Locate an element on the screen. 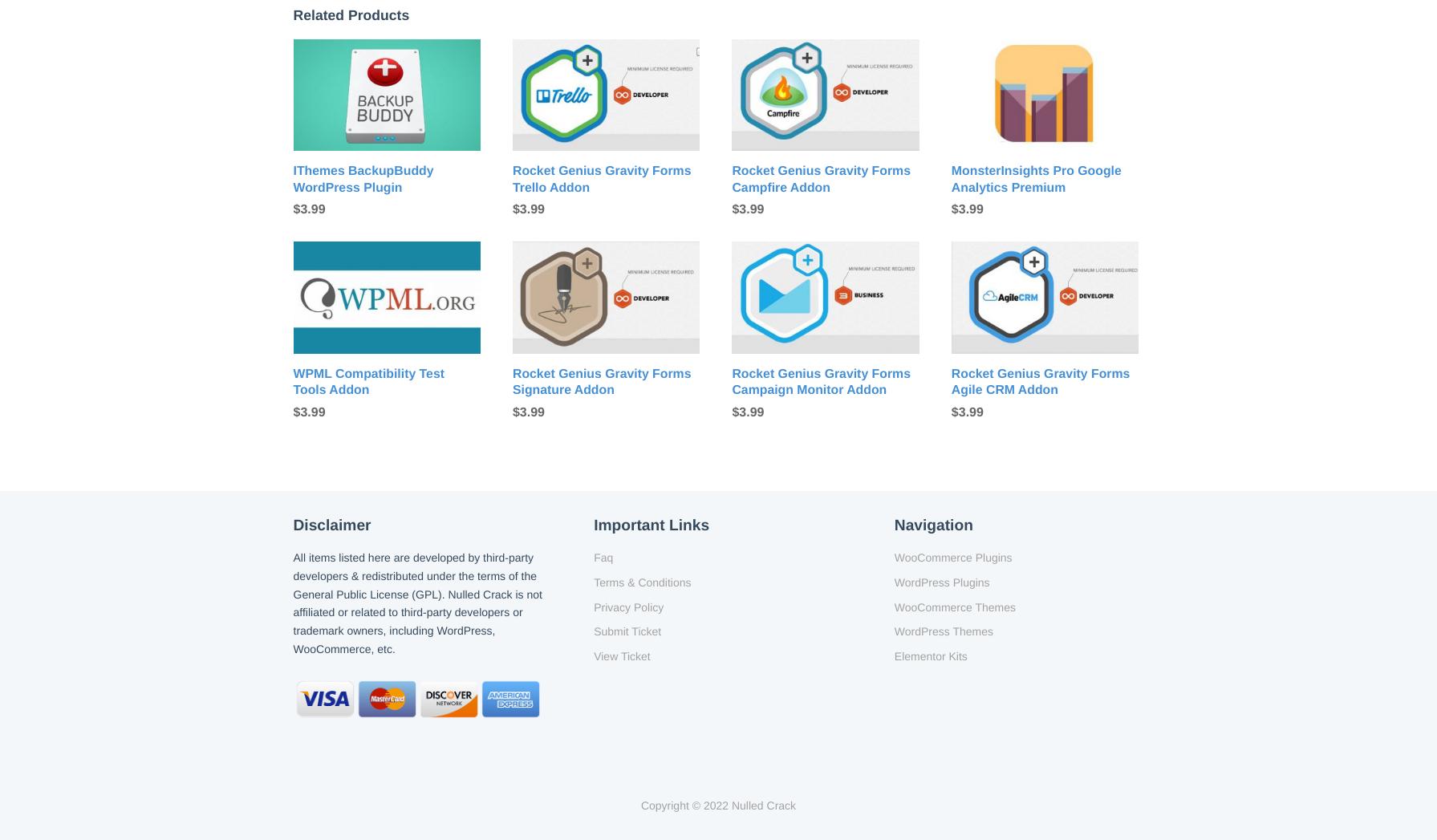 The height and width of the screenshot is (840, 1437). 'Navigation' is located at coordinates (932, 525).